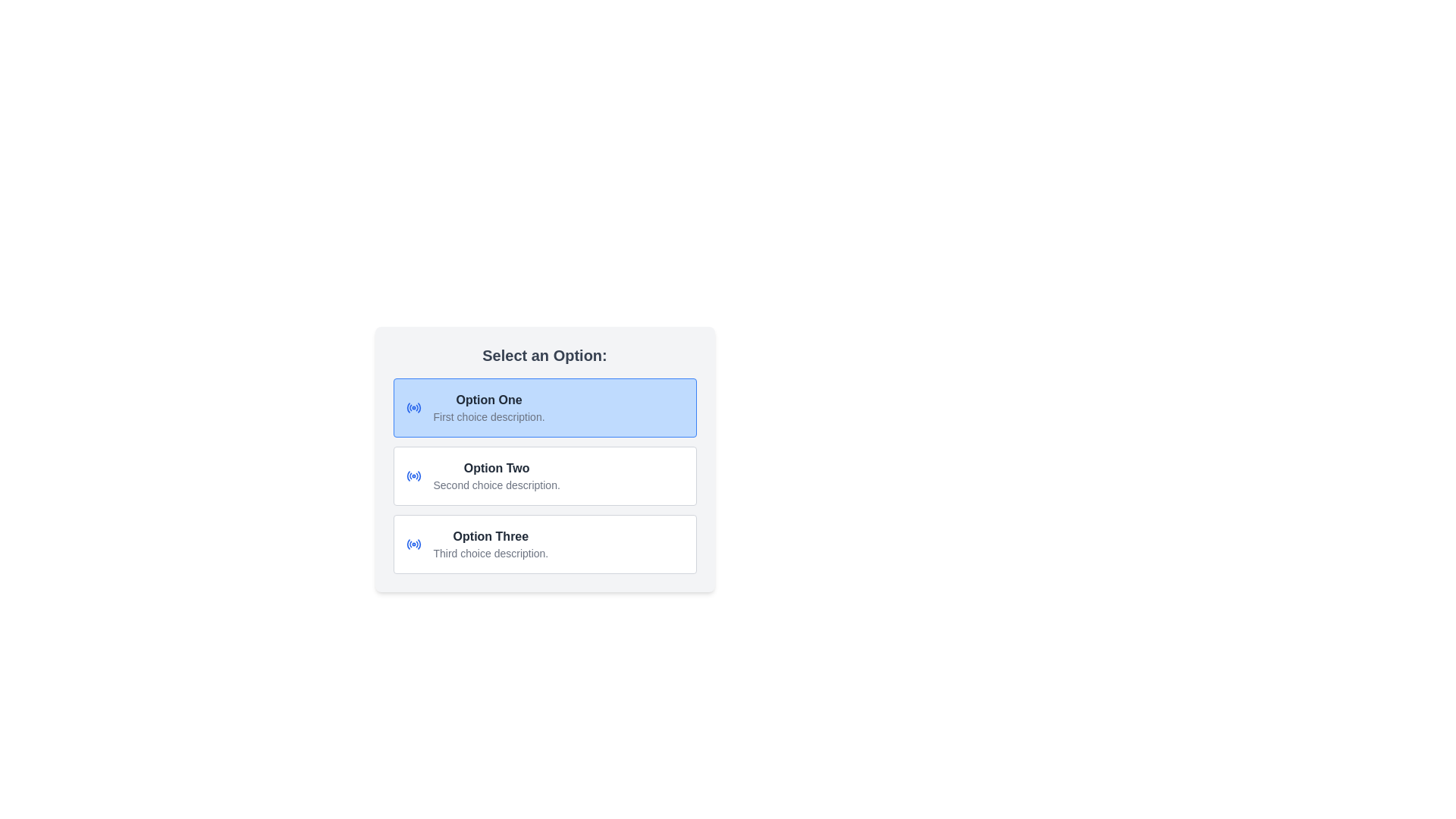  I want to click on to select the first option in the Radio Button Group, which has a light blue background and contains the title 'Option One', so click(544, 406).